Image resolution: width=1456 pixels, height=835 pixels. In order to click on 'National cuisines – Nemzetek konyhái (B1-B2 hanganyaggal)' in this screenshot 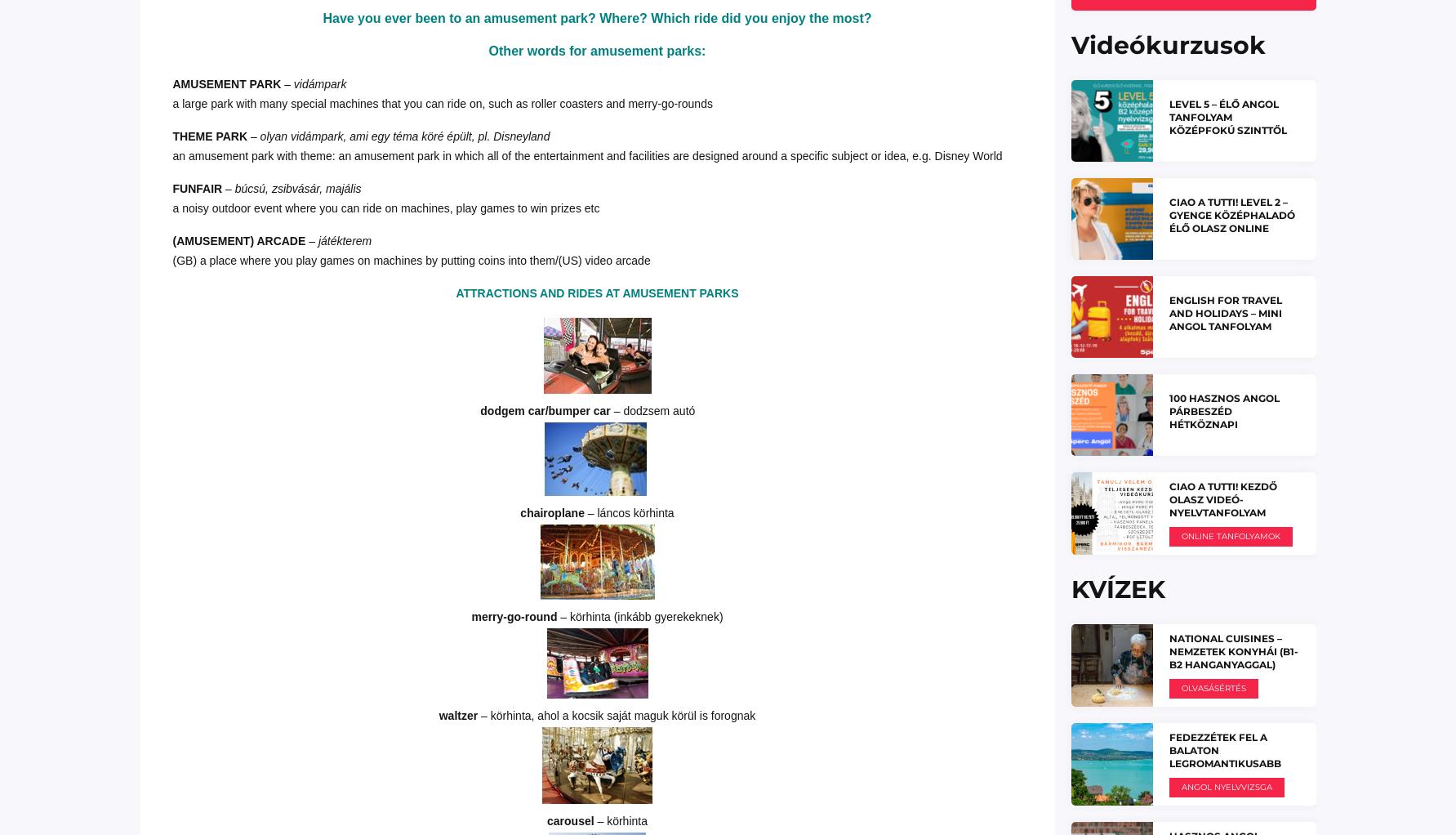, I will do `click(1232, 650)`.